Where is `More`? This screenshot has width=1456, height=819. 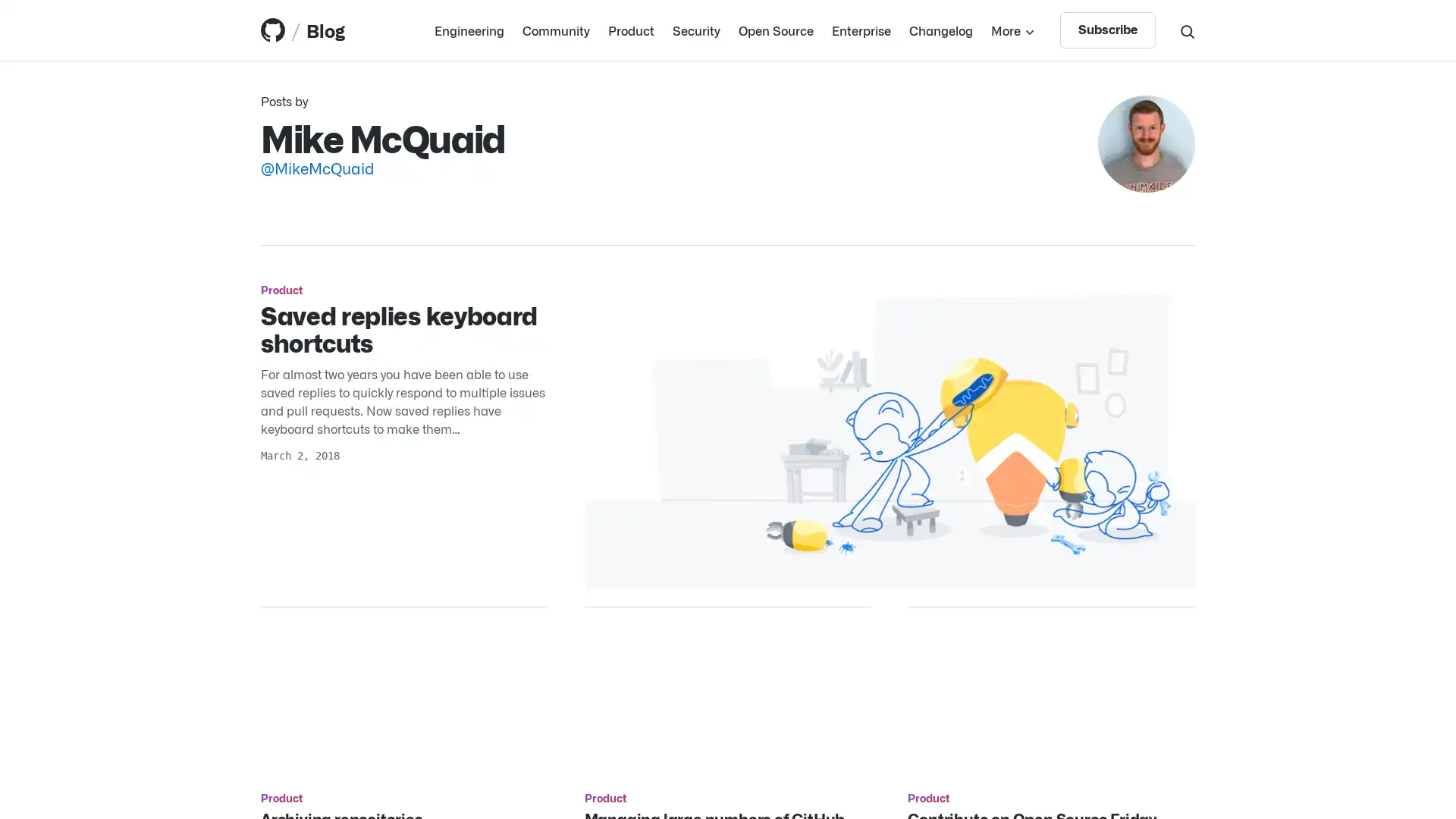 More is located at coordinates (1013, 29).